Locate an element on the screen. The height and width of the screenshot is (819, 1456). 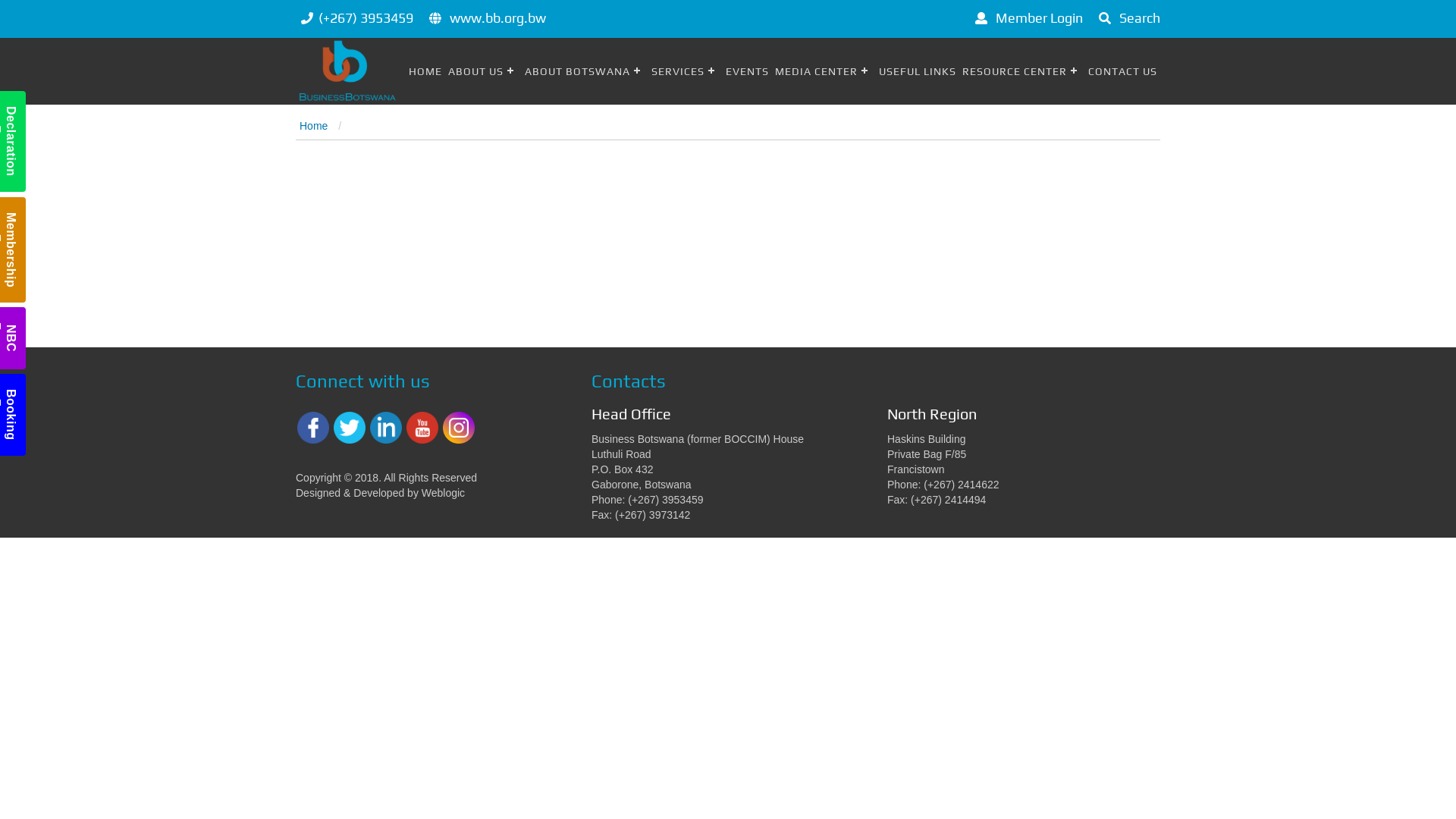
'Member Login' is located at coordinates (968, 17).